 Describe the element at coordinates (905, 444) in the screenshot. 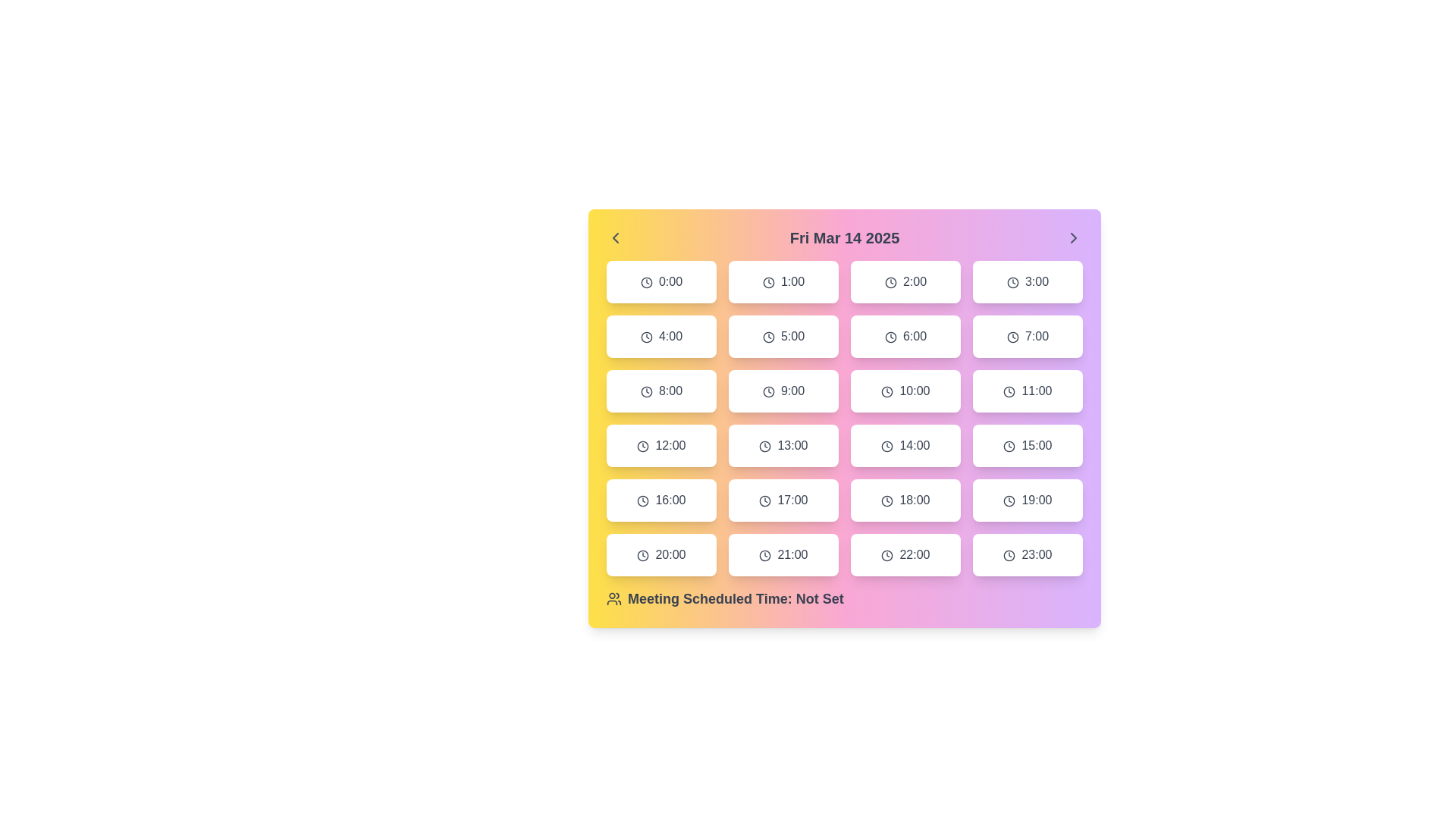

I see `the rectangular button with rounded corners, white background, clock icon on the left, and text '14:00' on the right, located in the fourth column of the fourth row` at that location.